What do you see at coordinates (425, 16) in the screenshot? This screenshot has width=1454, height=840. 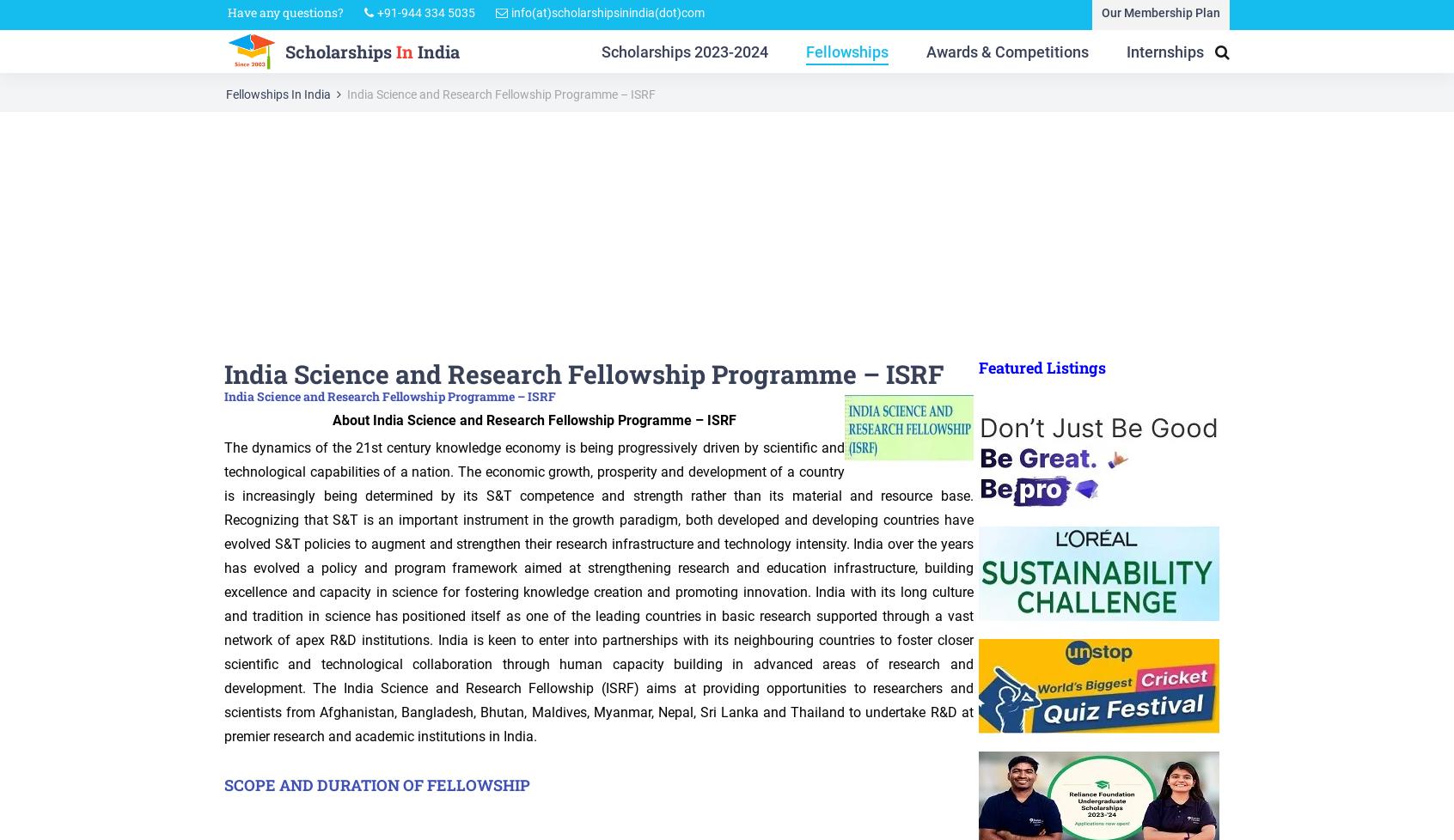 I see `'+91-944 334 5035'` at bounding box center [425, 16].